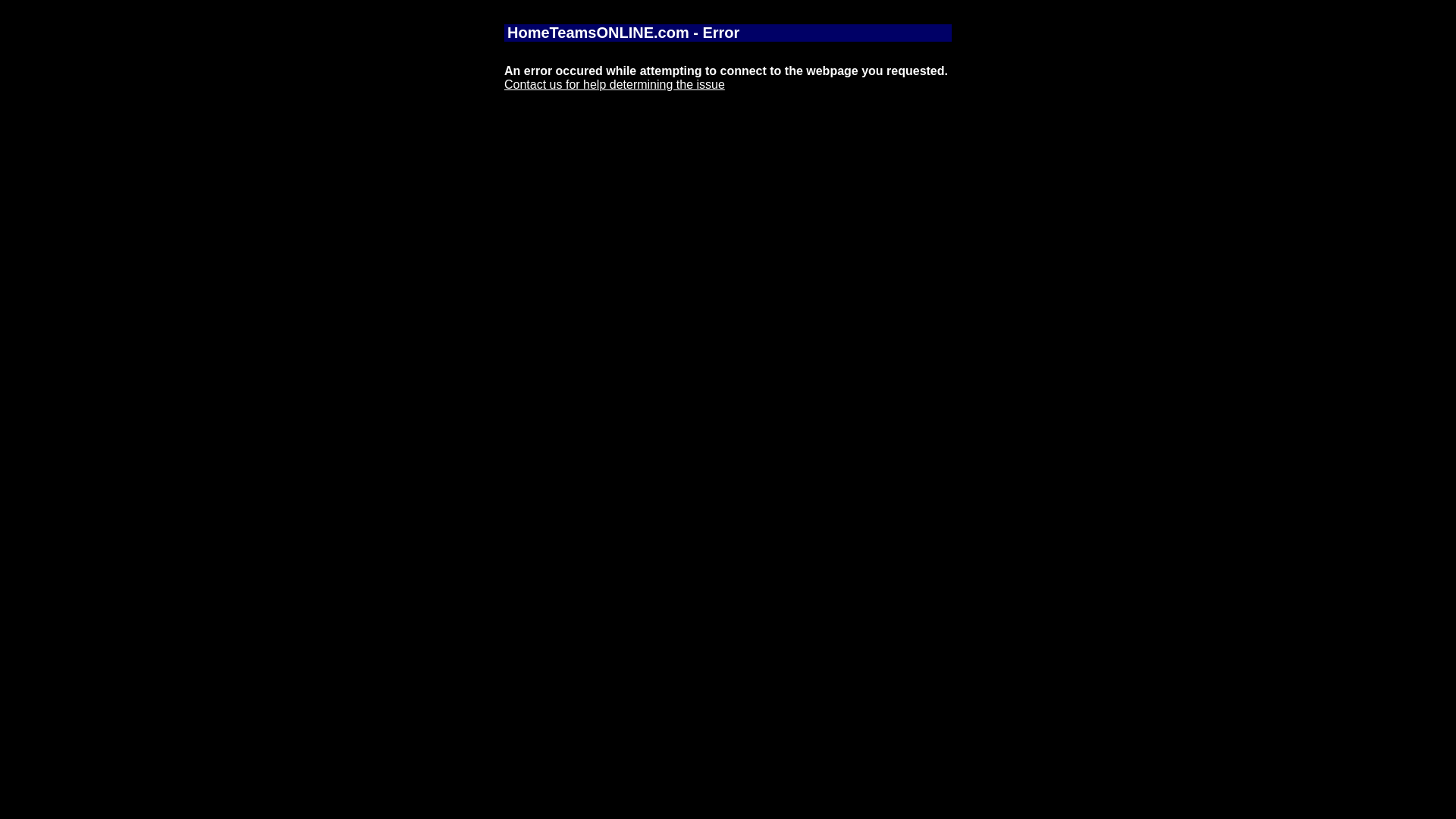 The image size is (1456, 819). I want to click on 'Contact us for help determining the issue', so click(614, 84).